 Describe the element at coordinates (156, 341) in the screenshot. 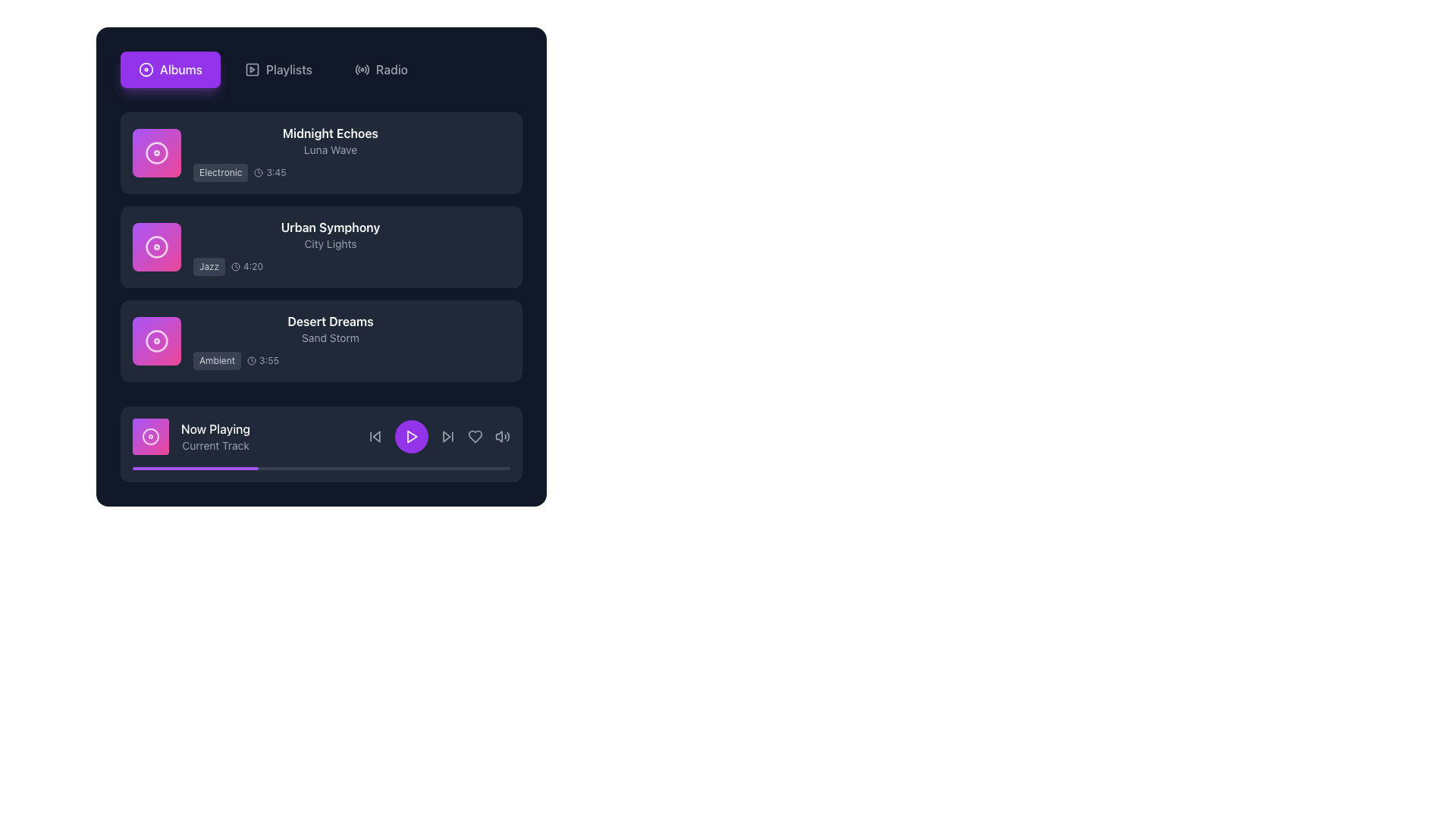

I see `the album art icon for the track 'Desert Dreams' by 'Sand Storm', which is represented by a square tile with a gradient background and a circular disc icon` at that location.